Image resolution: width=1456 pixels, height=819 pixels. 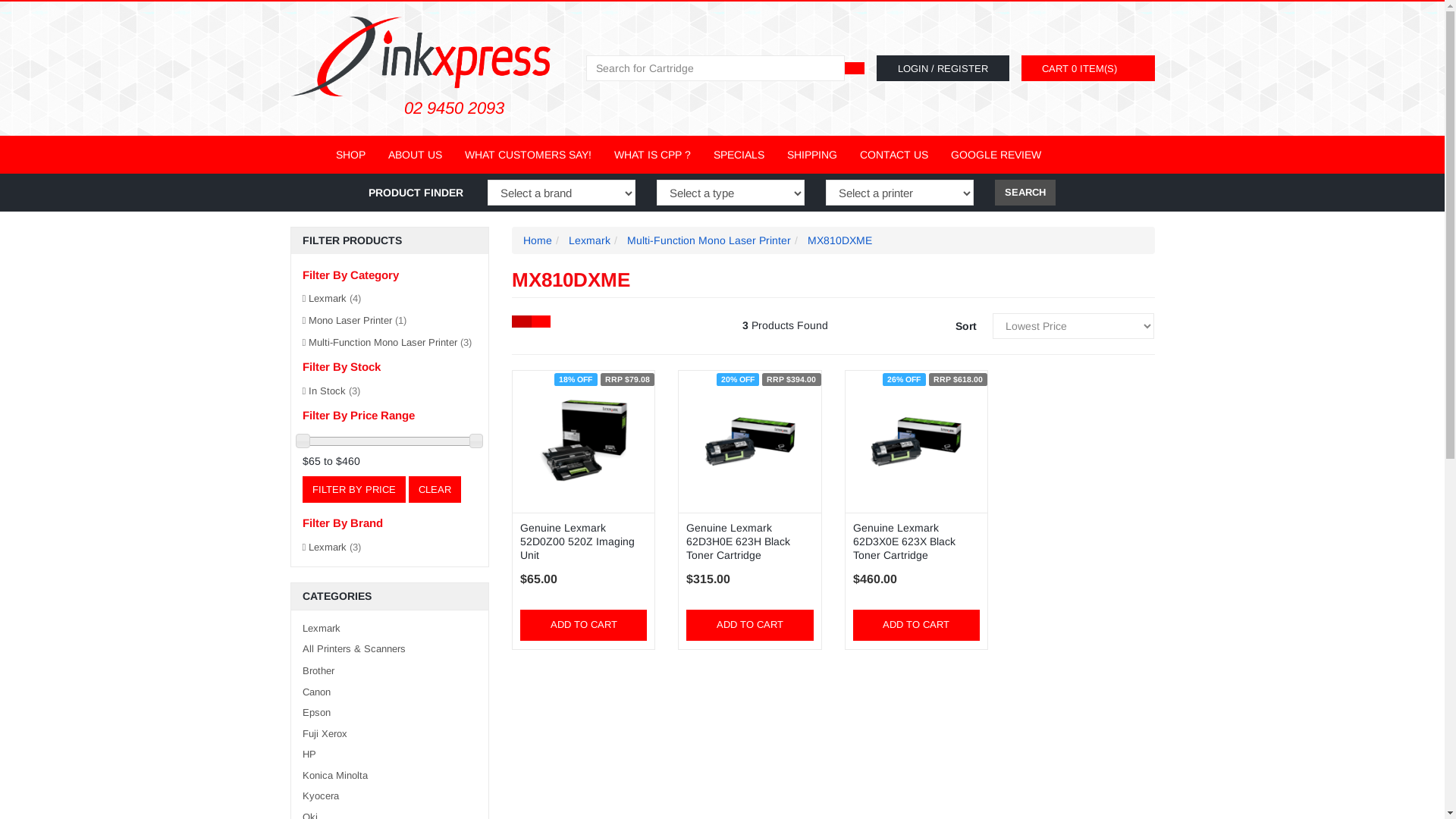 What do you see at coordinates (291, 391) in the screenshot?
I see `'In Stock (3)'` at bounding box center [291, 391].